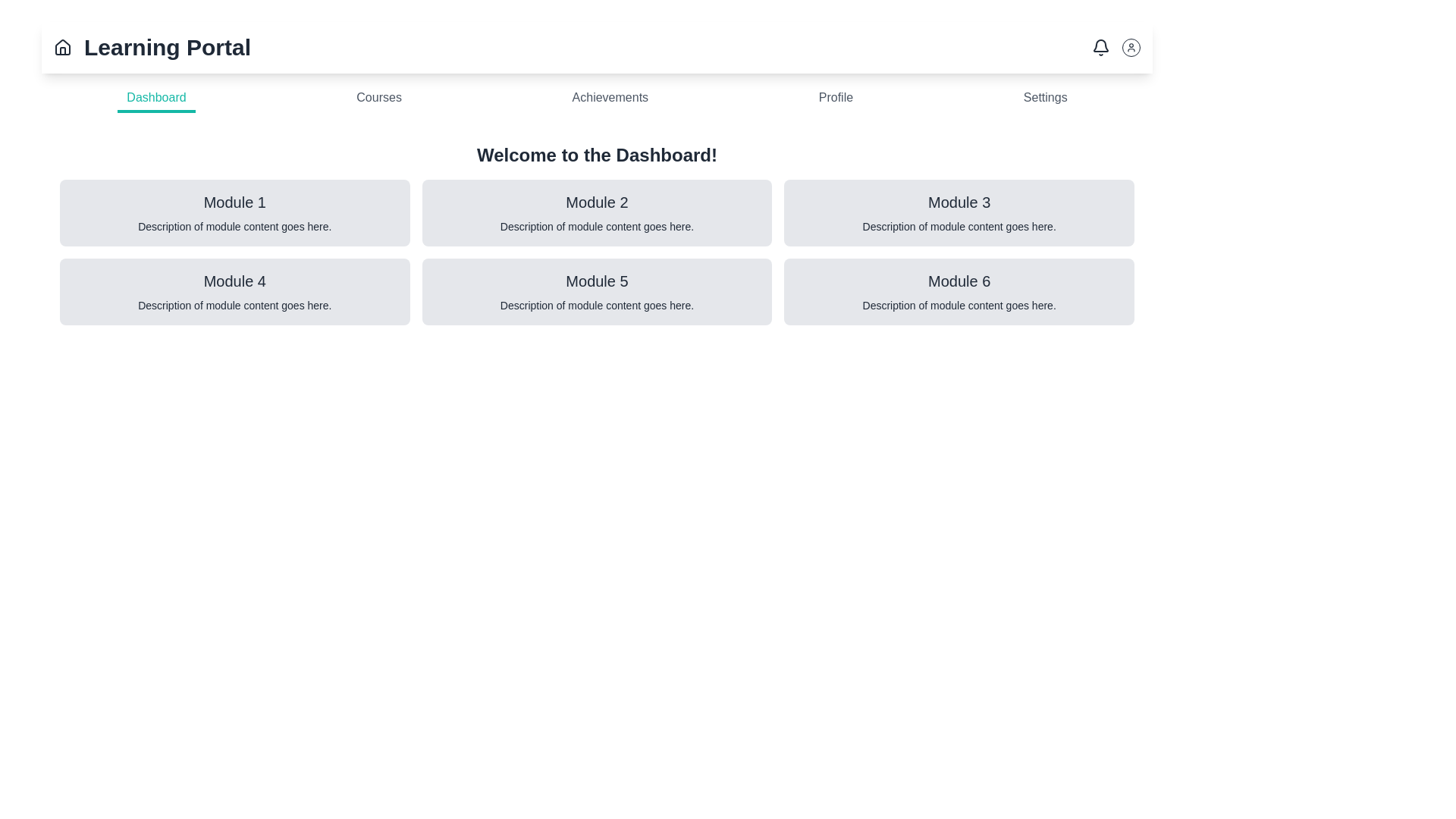 The height and width of the screenshot is (819, 1456). Describe the element at coordinates (959, 227) in the screenshot. I see `the text element located underneath the bold header 'Module 3' in the top-right card of the grid layout` at that location.